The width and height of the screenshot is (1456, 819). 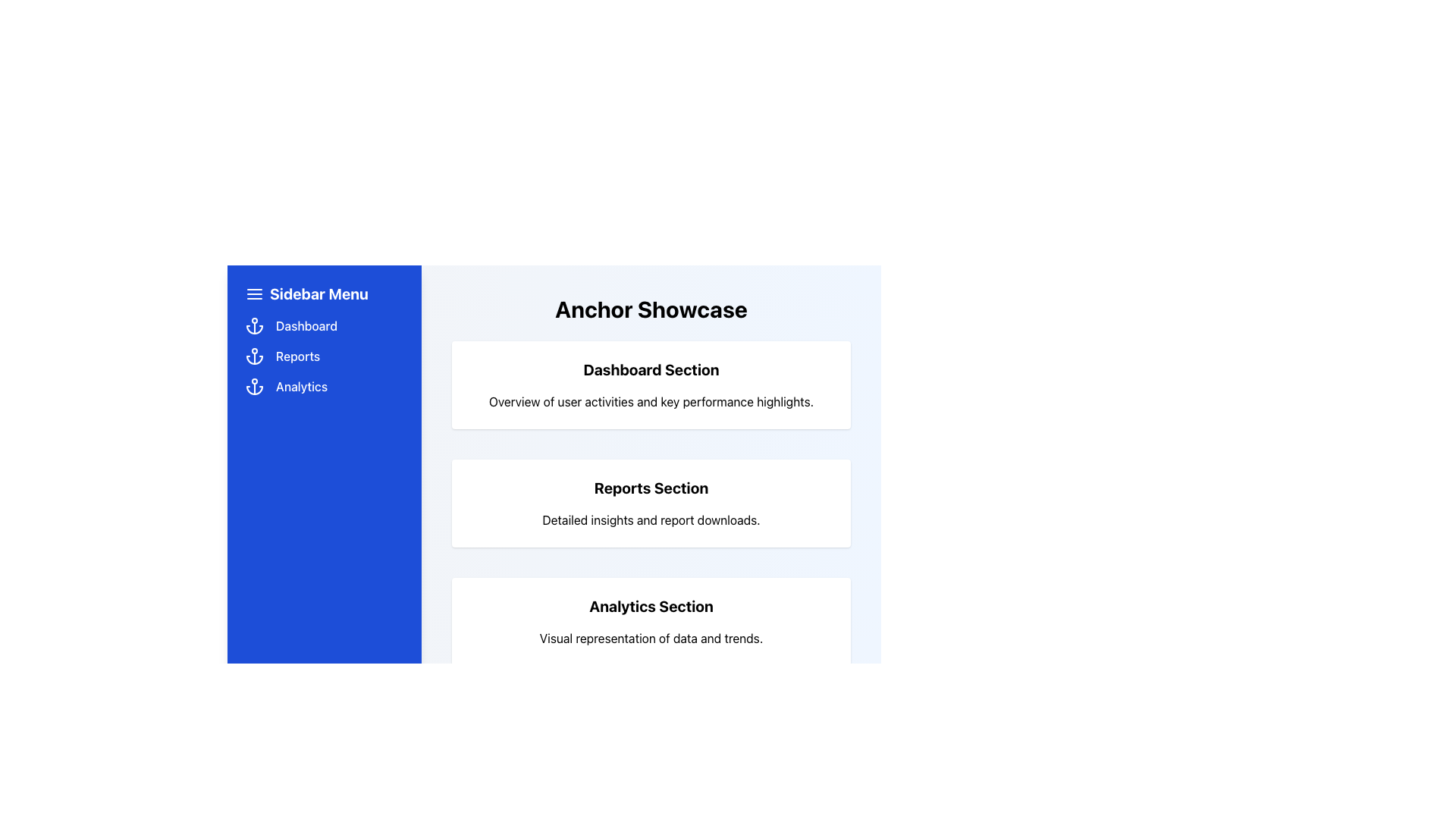 What do you see at coordinates (255, 356) in the screenshot?
I see `the decorative anchor icon in the sidebar menu, which is the second icon aligned with the 'Reports' text` at bounding box center [255, 356].